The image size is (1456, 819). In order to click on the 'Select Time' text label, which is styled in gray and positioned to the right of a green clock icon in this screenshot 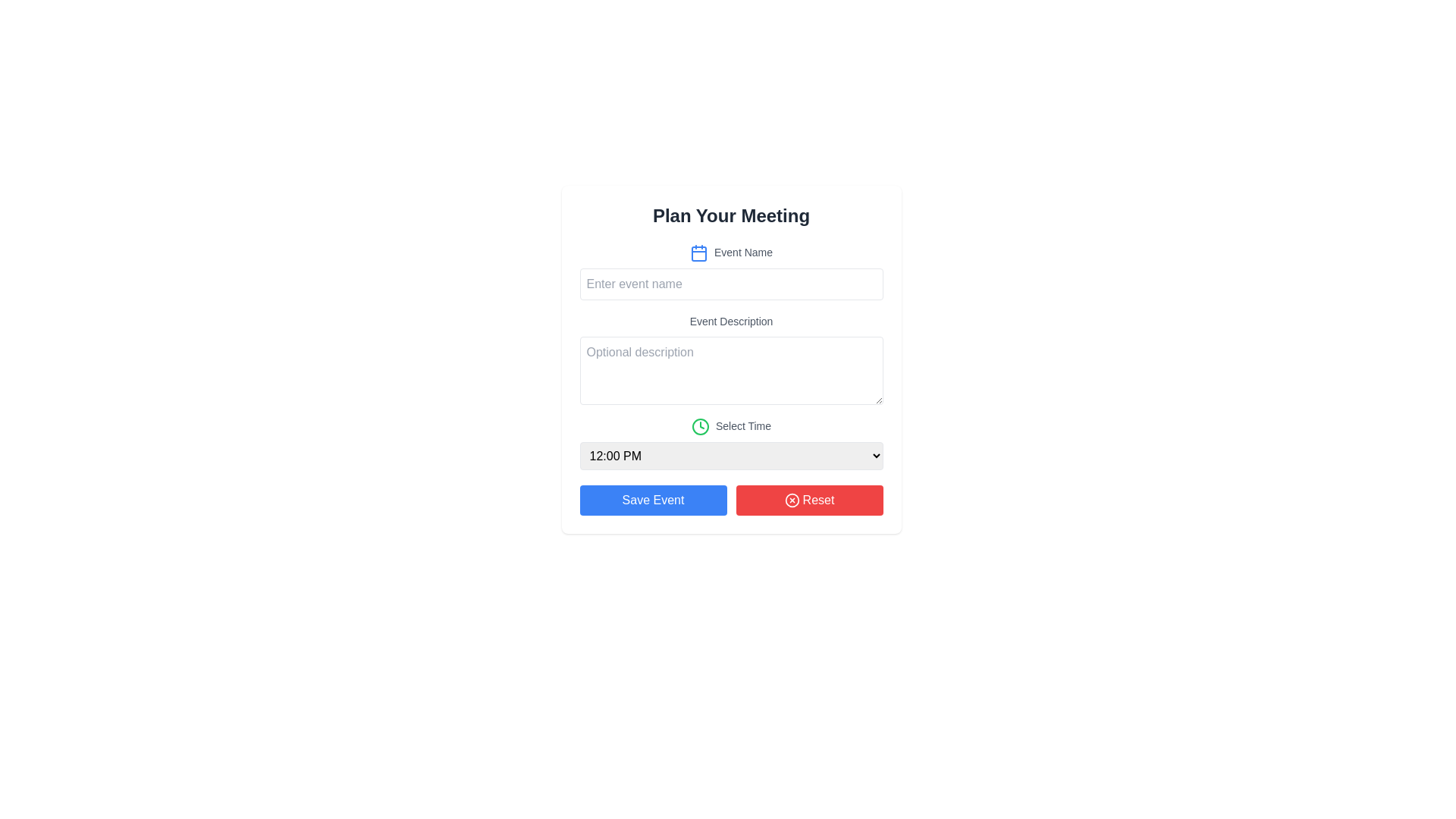, I will do `click(743, 425)`.